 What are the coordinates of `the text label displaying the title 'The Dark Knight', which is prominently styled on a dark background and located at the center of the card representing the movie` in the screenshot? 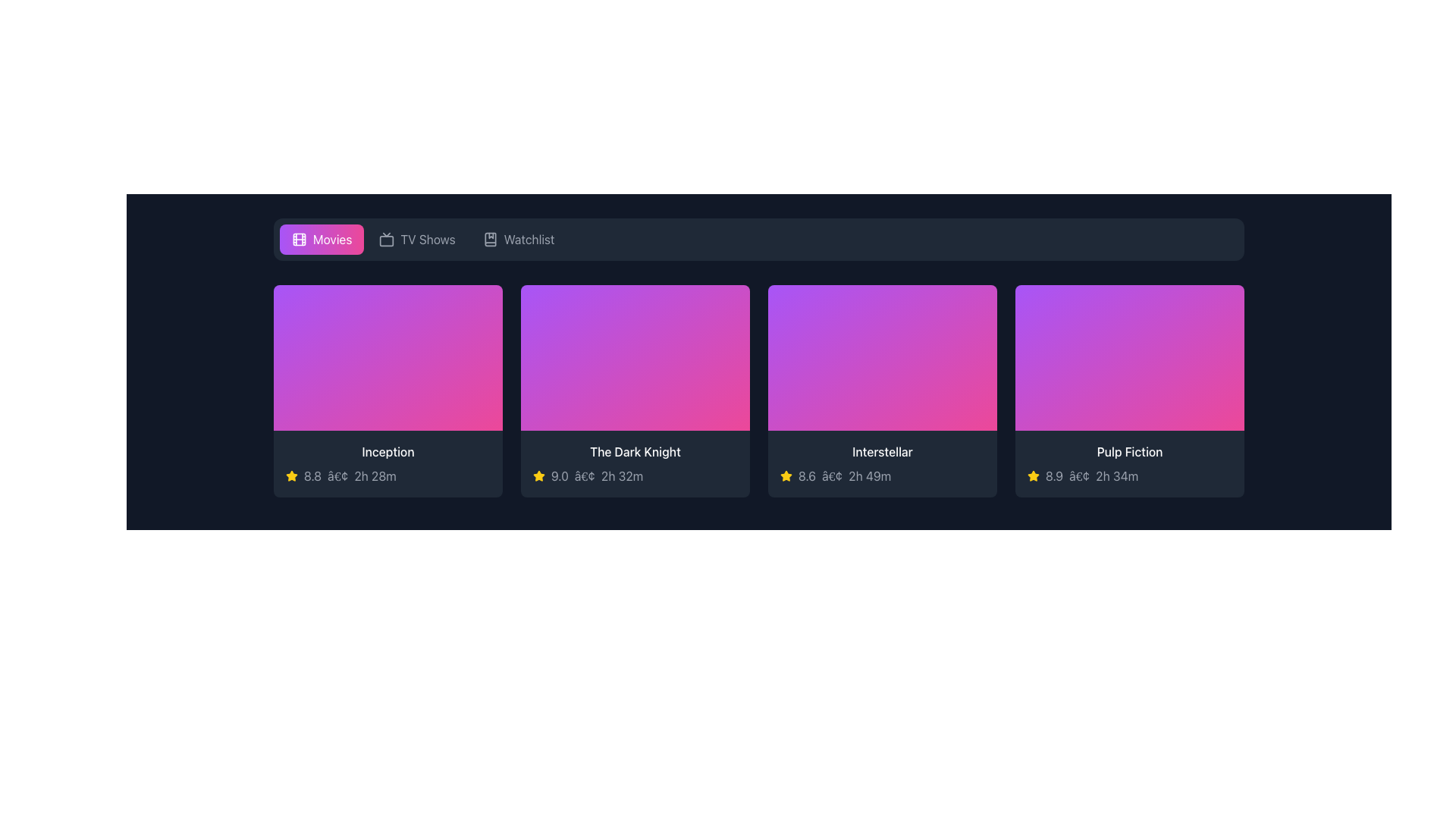 It's located at (635, 451).